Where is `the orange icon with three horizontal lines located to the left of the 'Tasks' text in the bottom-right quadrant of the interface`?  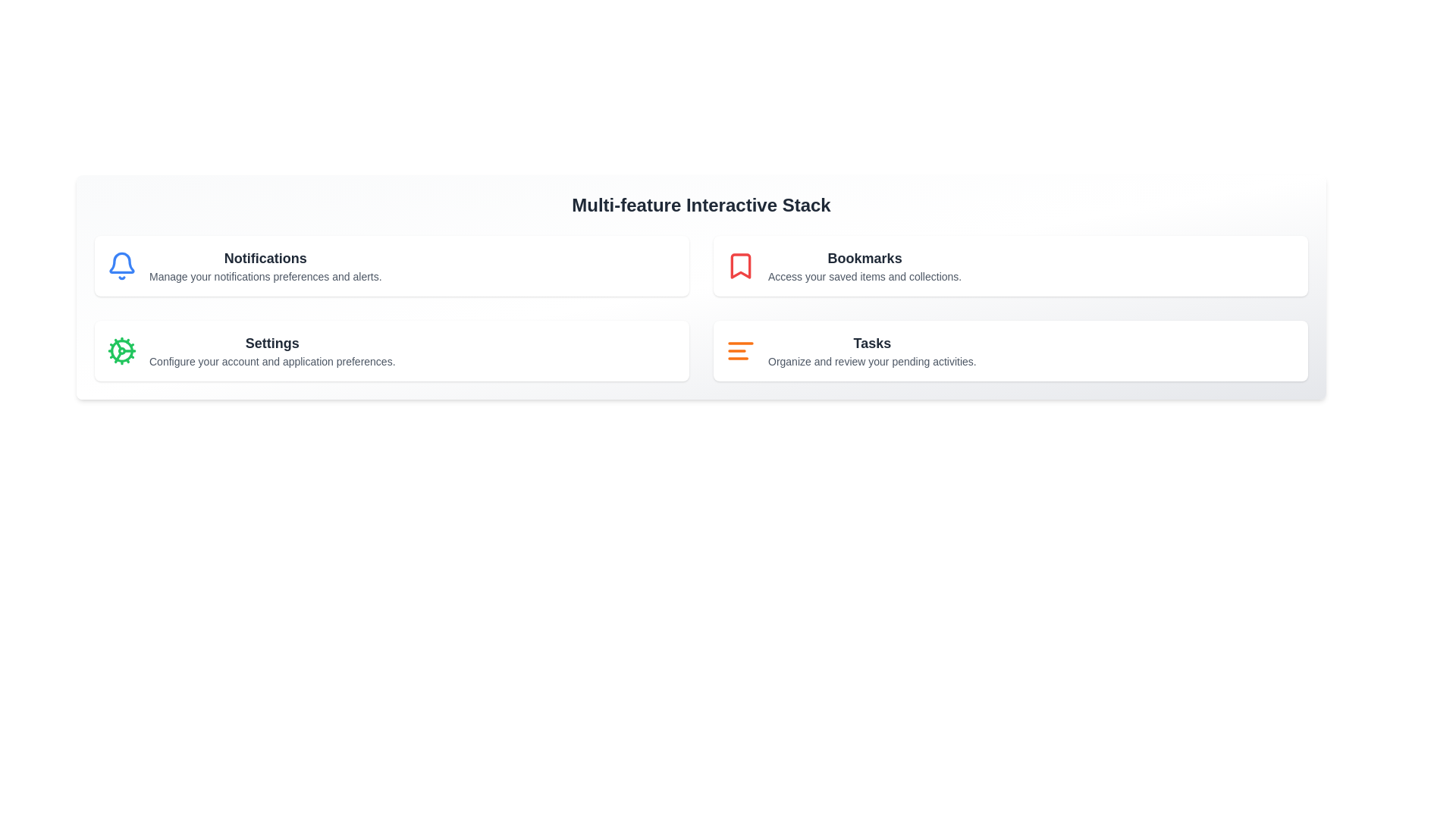 the orange icon with three horizontal lines located to the left of the 'Tasks' text in the bottom-right quadrant of the interface is located at coordinates (741, 350).